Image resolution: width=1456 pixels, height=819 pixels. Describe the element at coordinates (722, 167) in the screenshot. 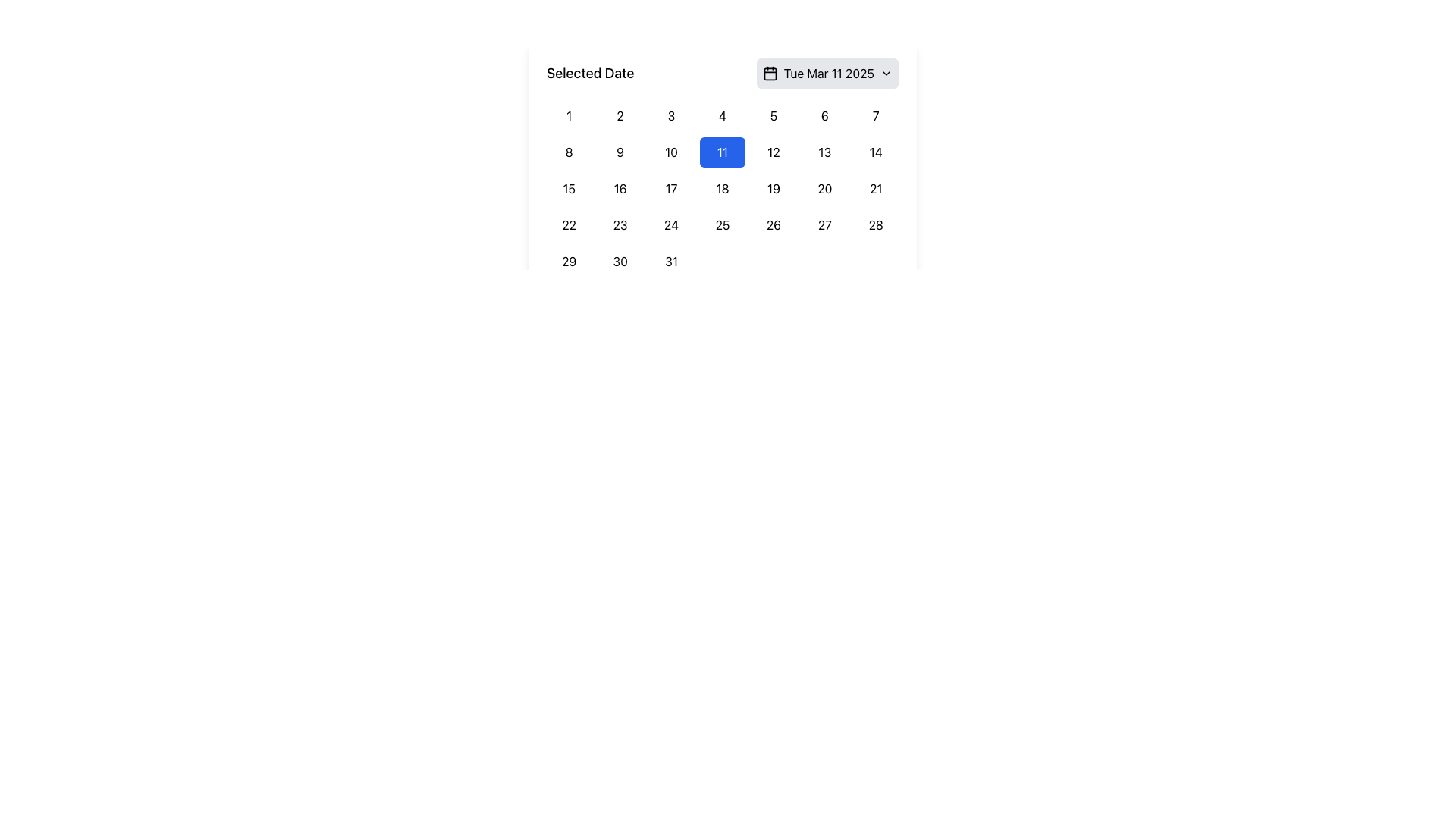

I see `the '11' button in the calendar` at that location.